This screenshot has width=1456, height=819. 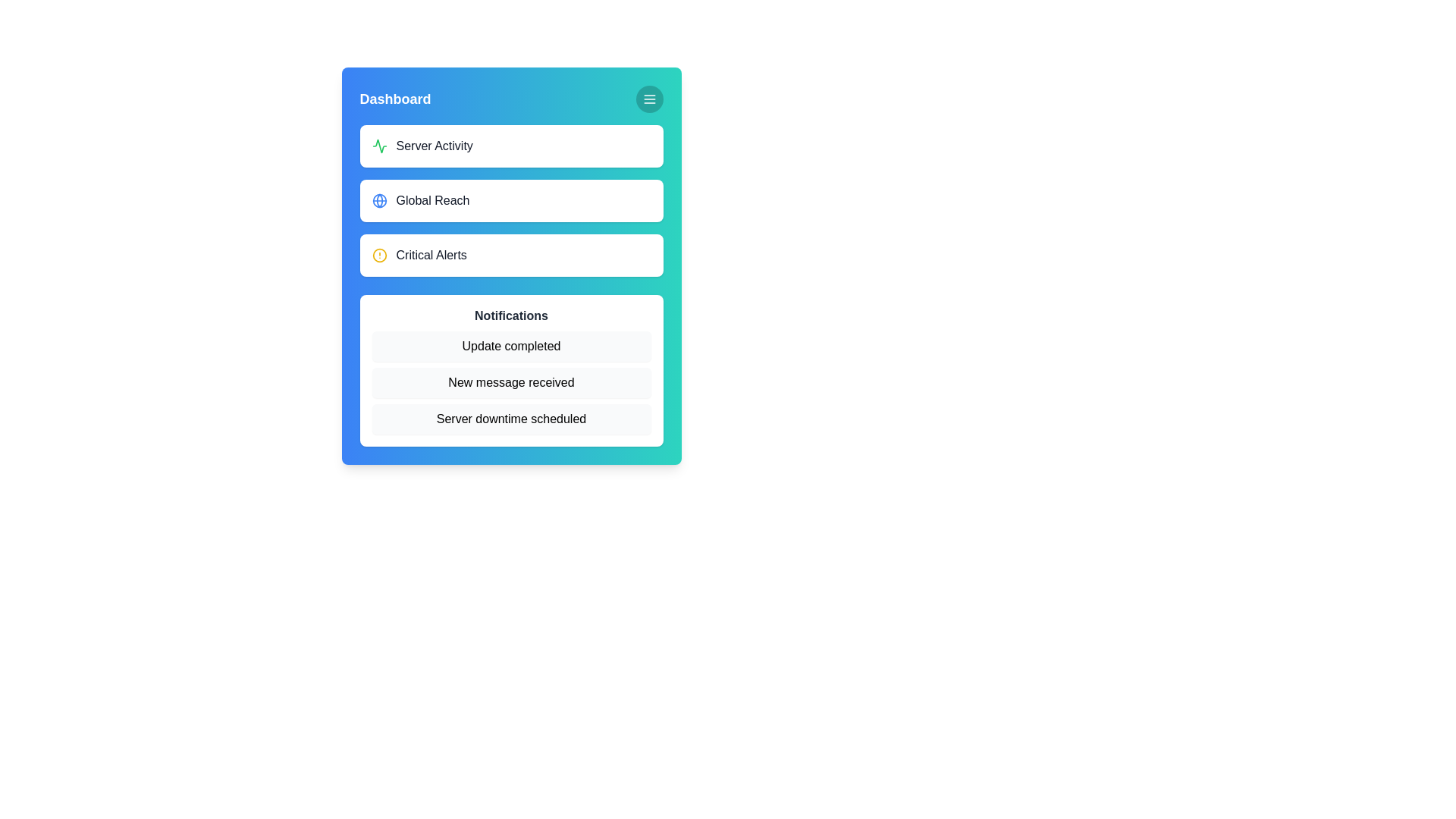 What do you see at coordinates (649, 99) in the screenshot?
I see `the menu toggle icon button located at the top-right corner of the 'Dashboard' section` at bounding box center [649, 99].